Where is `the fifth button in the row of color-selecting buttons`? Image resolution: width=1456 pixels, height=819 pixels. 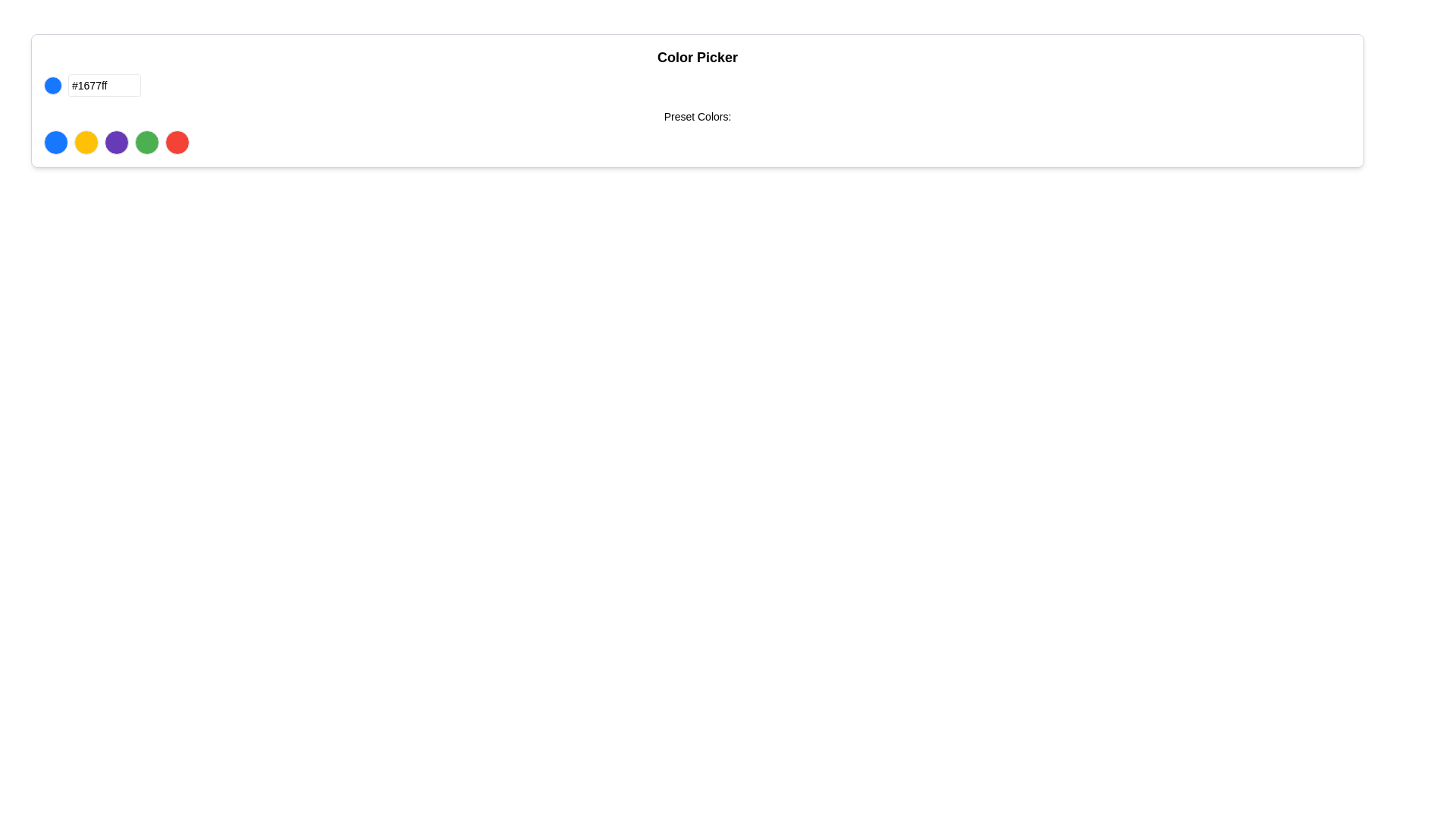
the fifth button in the row of color-selecting buttons is located at coordinates (177, 143).